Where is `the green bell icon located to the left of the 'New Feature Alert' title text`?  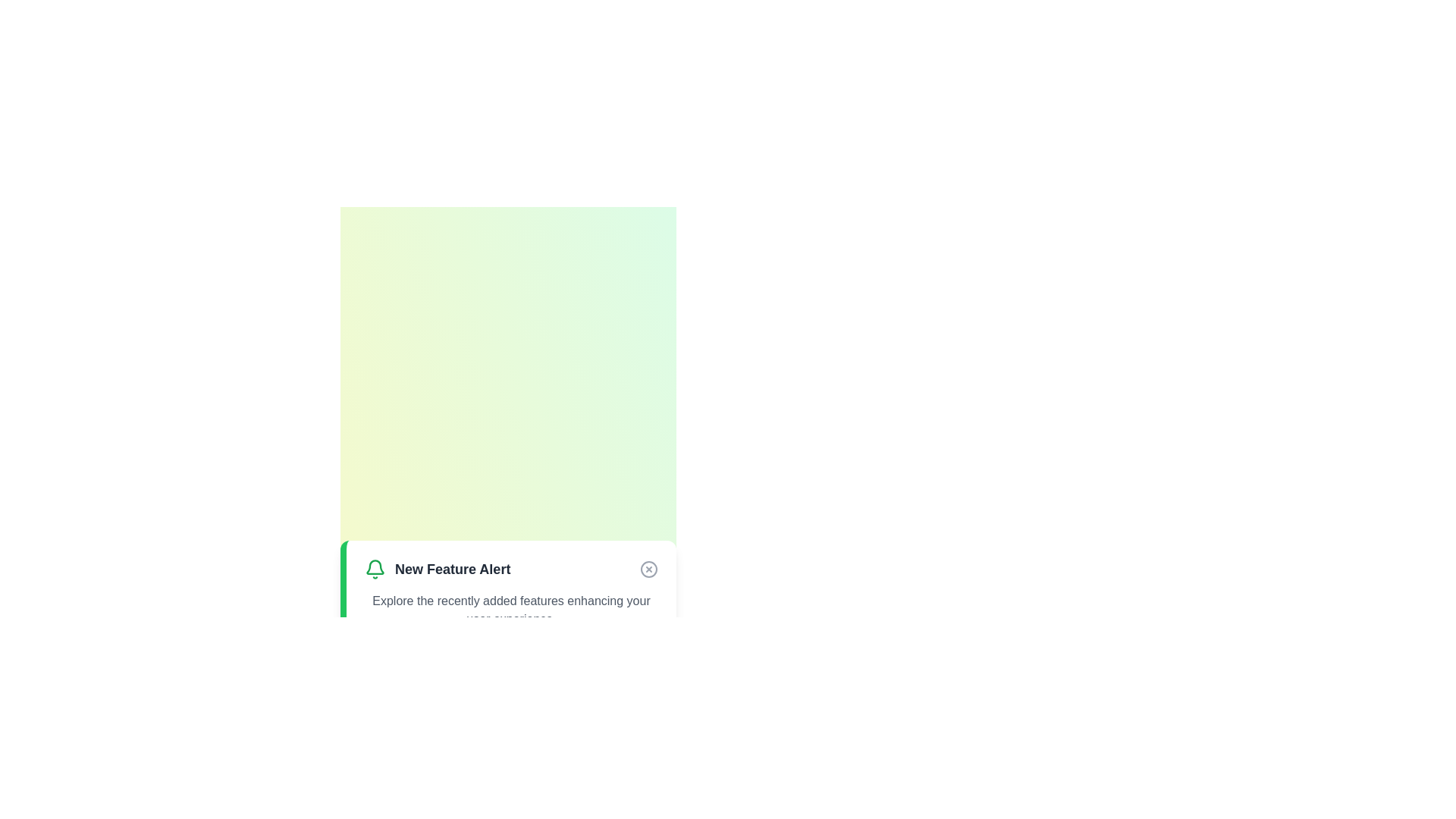
the green bell icon located to the left of the 'New Feature Alert' title text is located at coordinates (375, 570).